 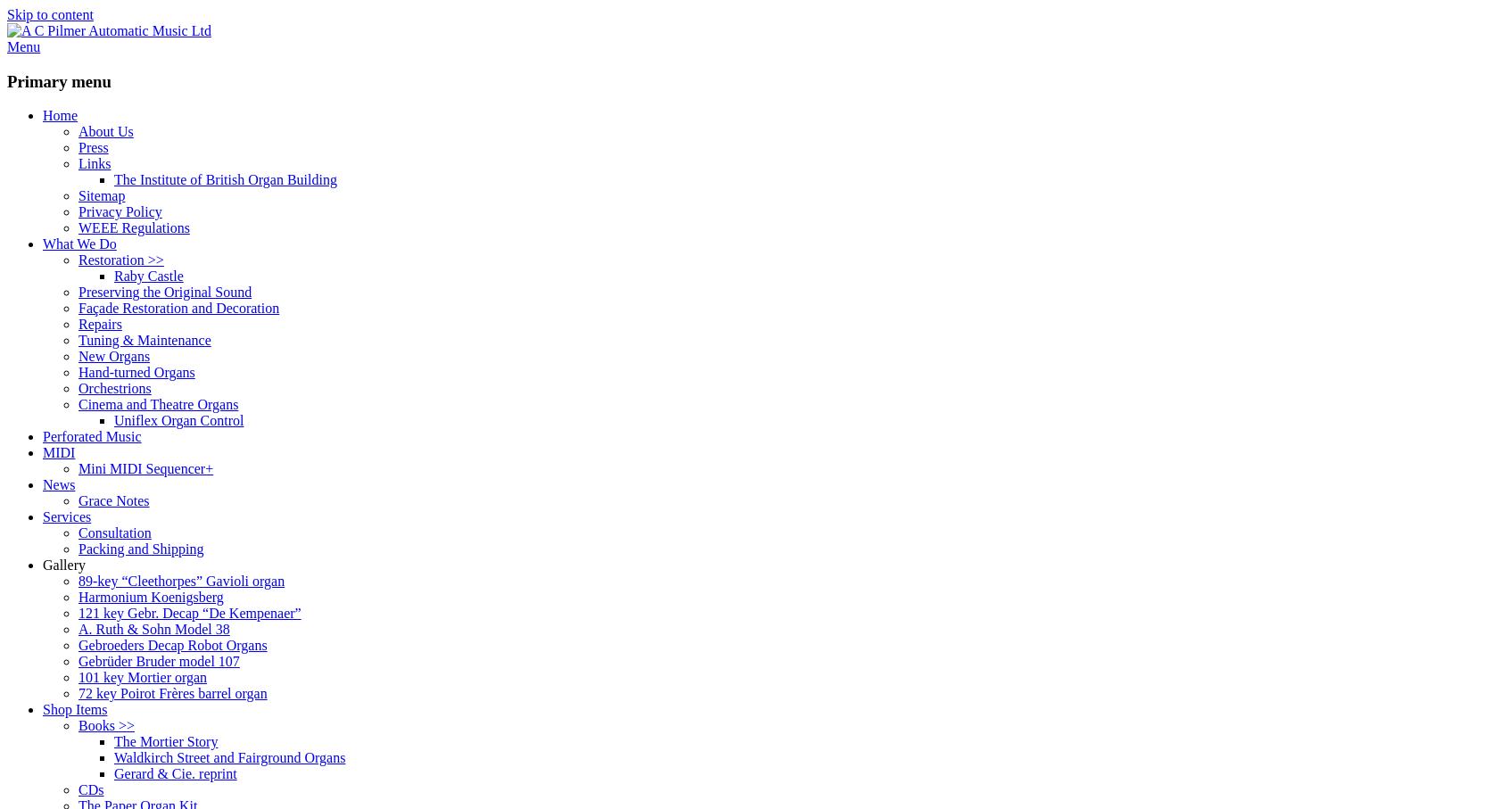 What do you see at coordinates (136, 371) in the screenshot?
I see `'Hand-turned Organs'` at bounding box center [136, 371].